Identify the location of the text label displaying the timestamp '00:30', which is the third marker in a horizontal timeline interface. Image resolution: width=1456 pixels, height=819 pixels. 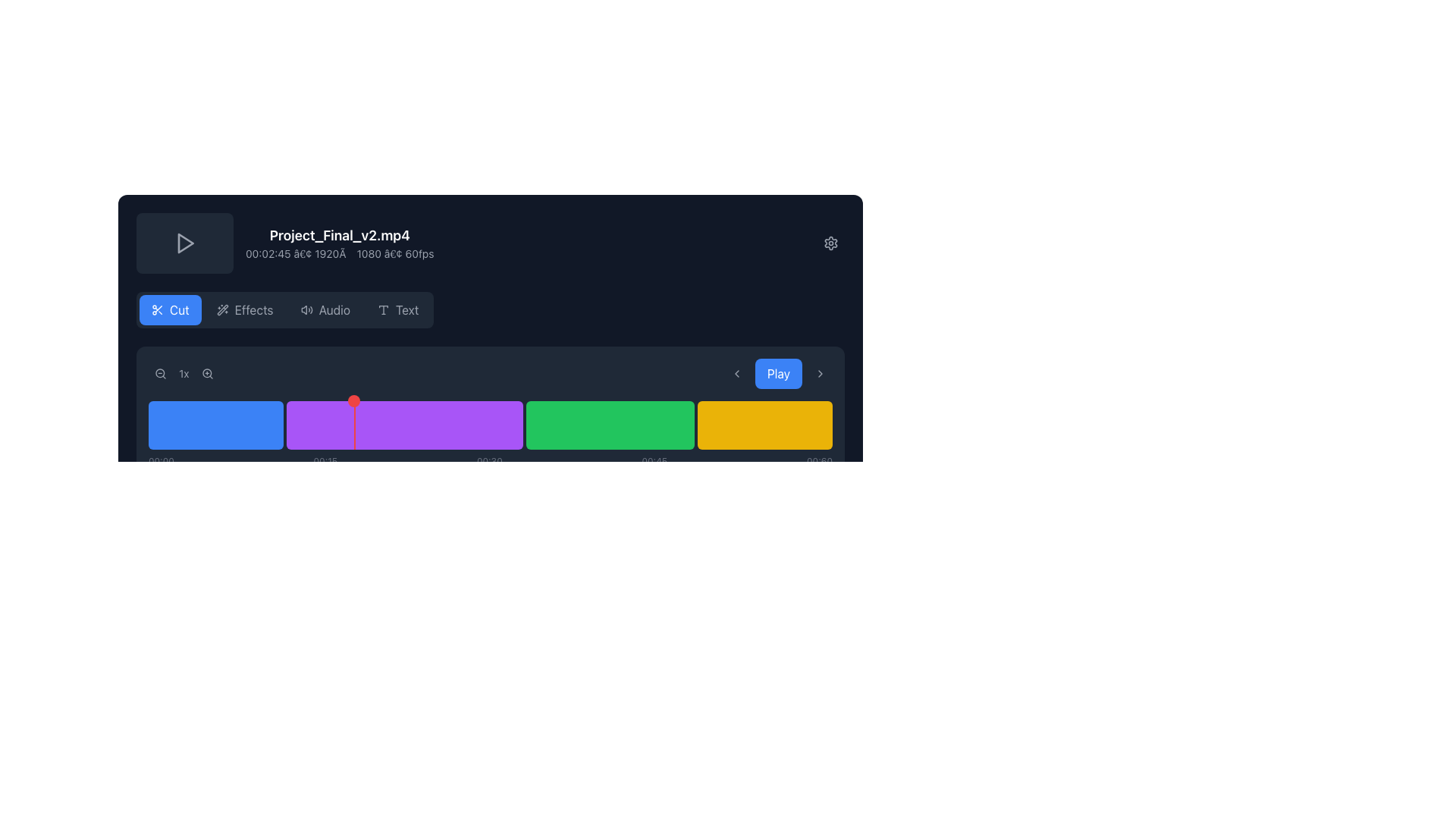
(489, 461).